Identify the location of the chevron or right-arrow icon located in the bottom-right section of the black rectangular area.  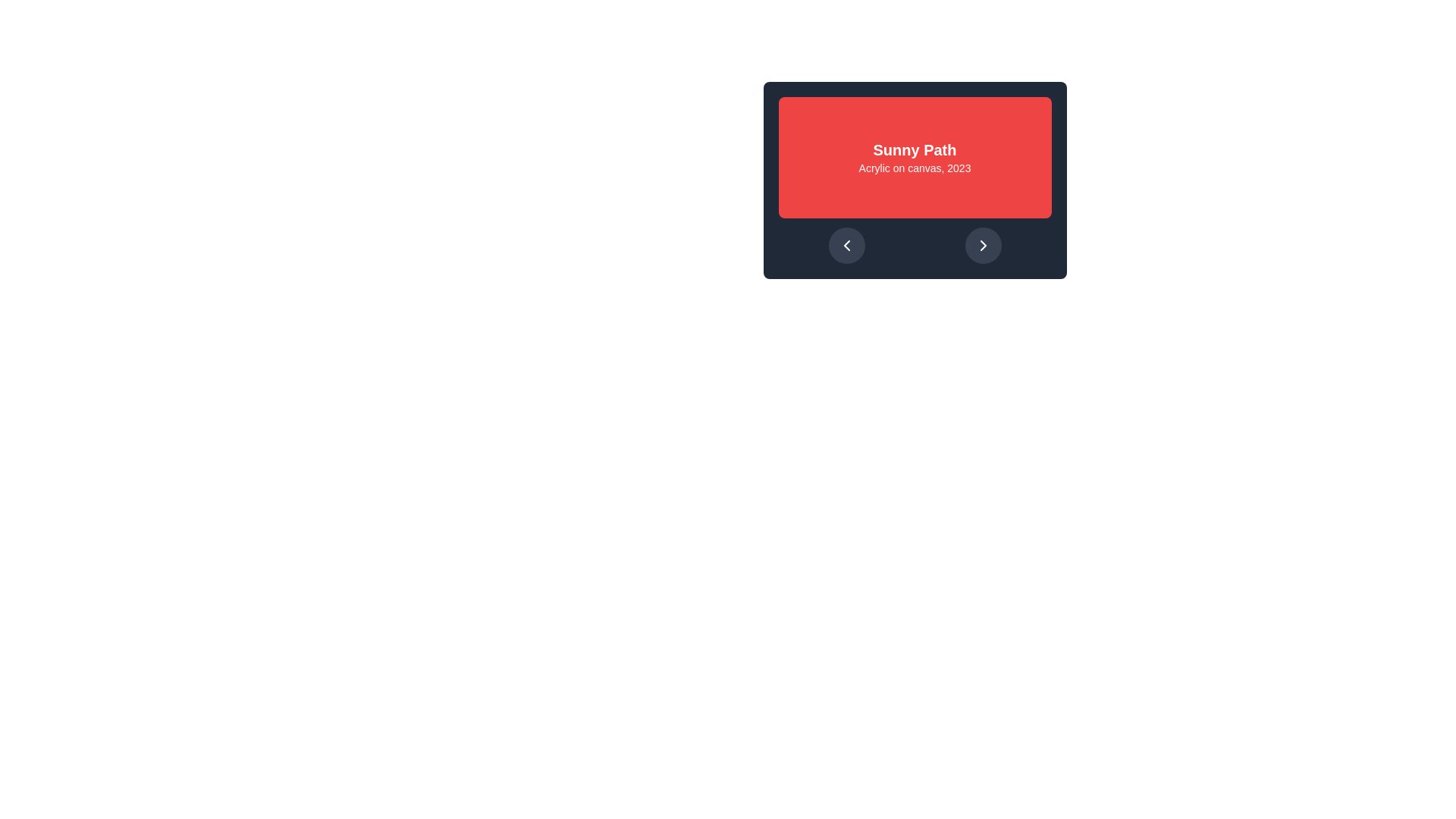
(983, 245).